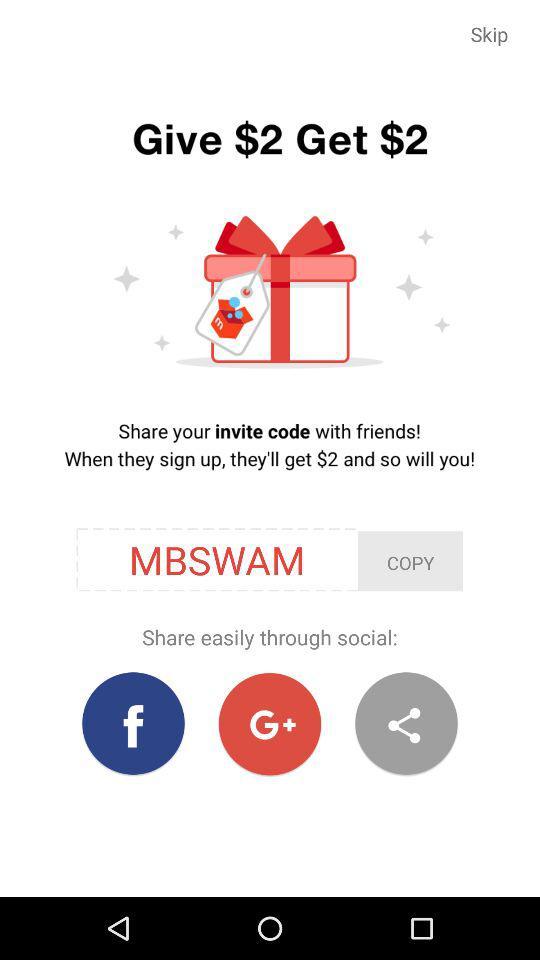 Image resolution: width=540 pixels, height=960 pixels. Describe the element at coordinates (133, 723) in the screenshot. I see `share through facebook` at that location.